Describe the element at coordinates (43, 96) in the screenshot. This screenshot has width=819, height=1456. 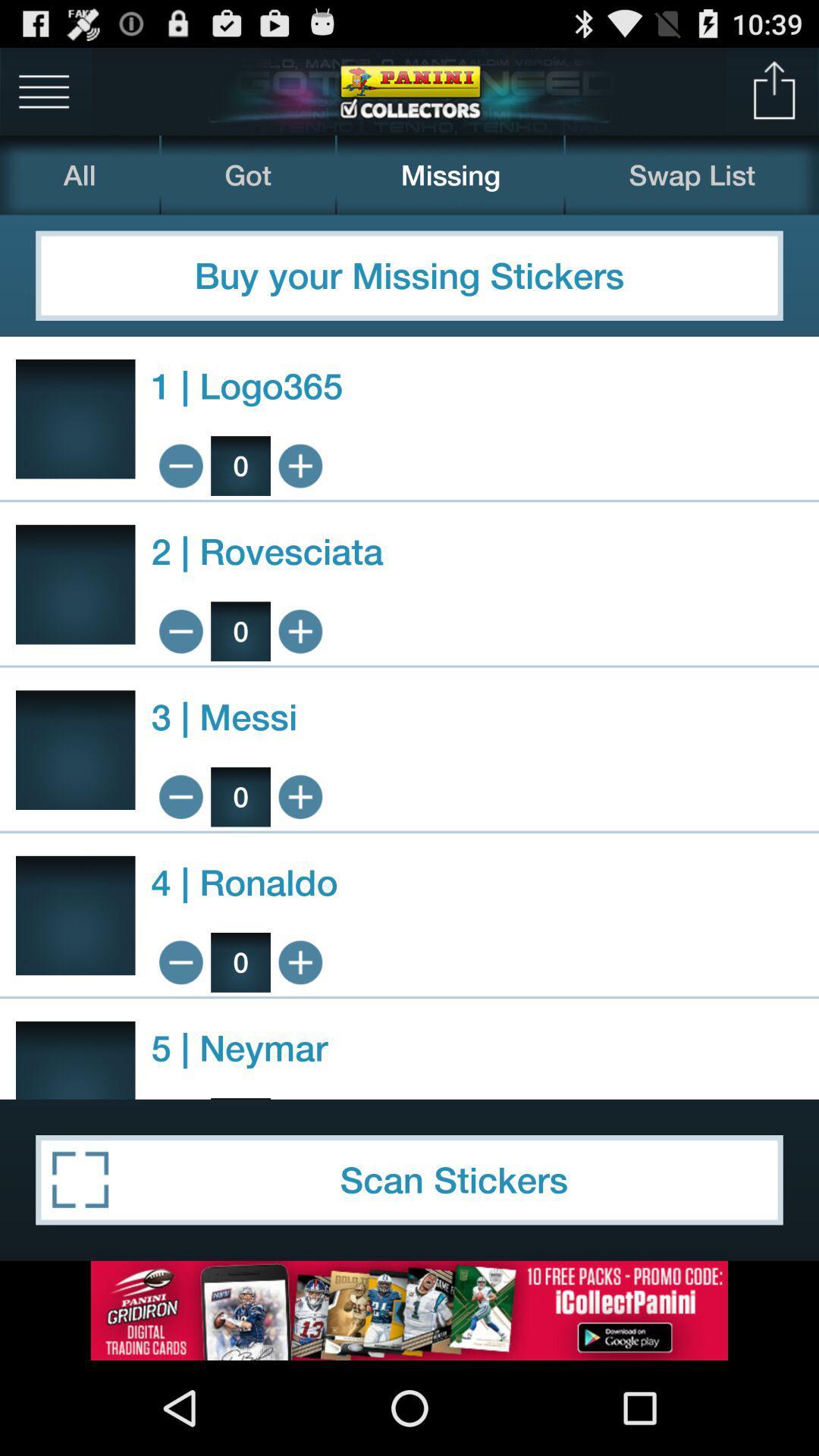
I see `the menu icon` at that location.